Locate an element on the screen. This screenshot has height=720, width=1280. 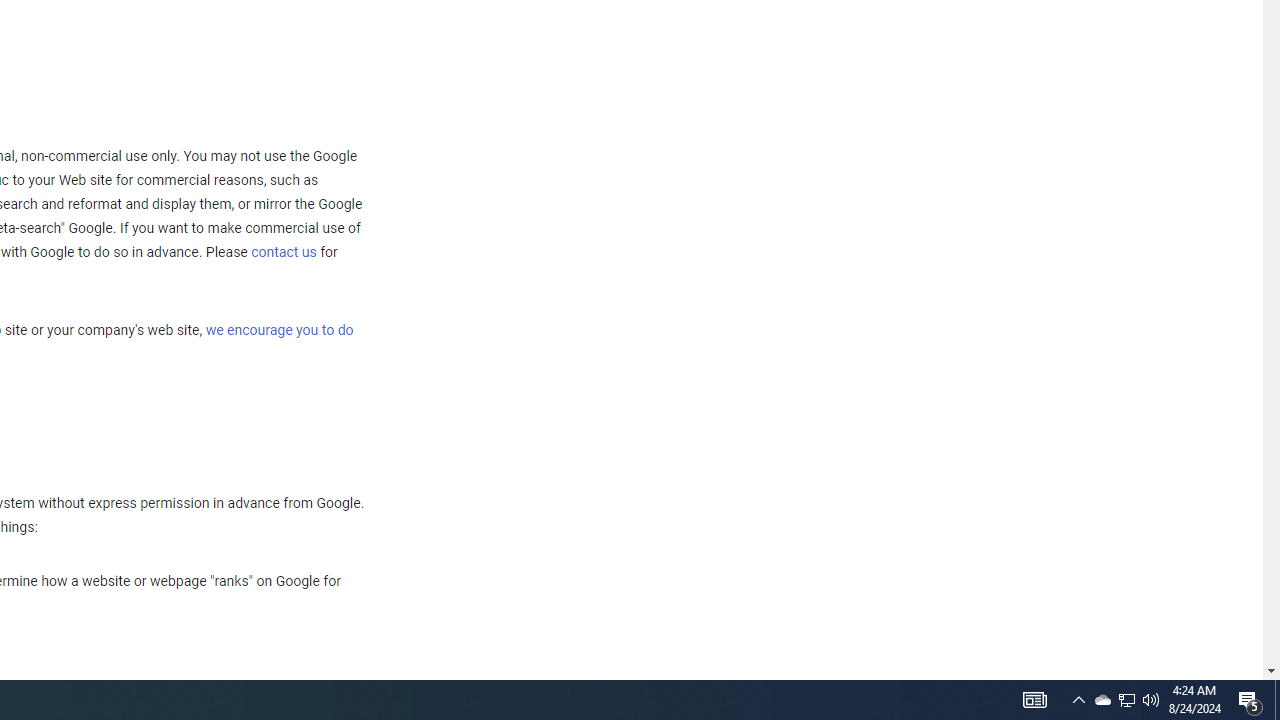
'contact us' is located at coordinates (283, 250).